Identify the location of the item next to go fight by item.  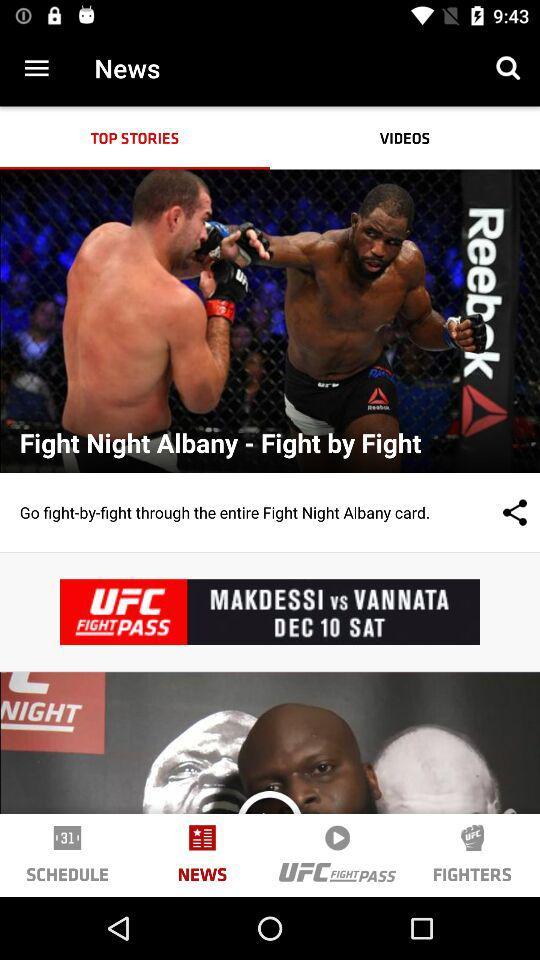
(494, 511).